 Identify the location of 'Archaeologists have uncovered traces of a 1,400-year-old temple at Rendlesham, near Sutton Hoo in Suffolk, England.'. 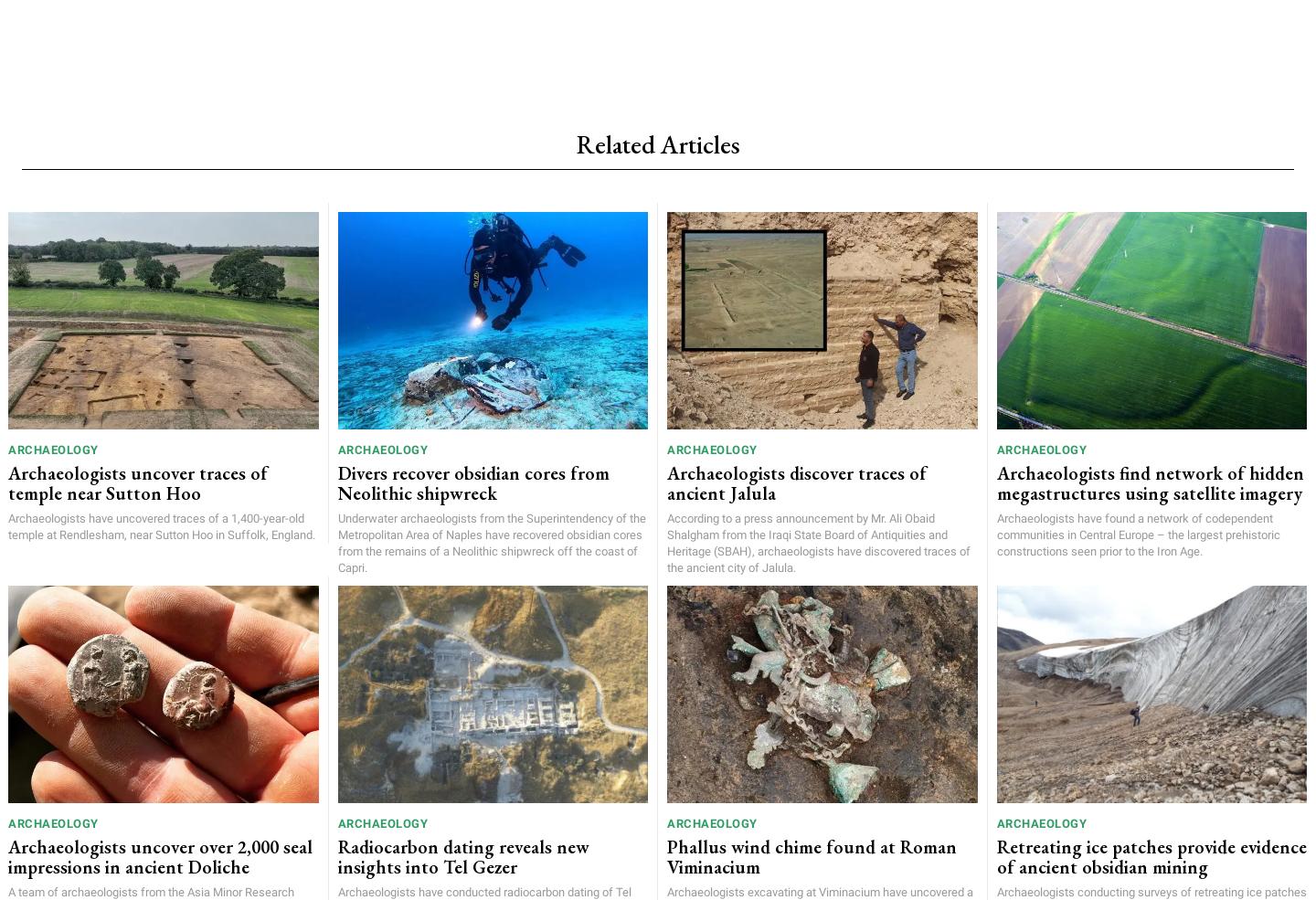
(160, 525).